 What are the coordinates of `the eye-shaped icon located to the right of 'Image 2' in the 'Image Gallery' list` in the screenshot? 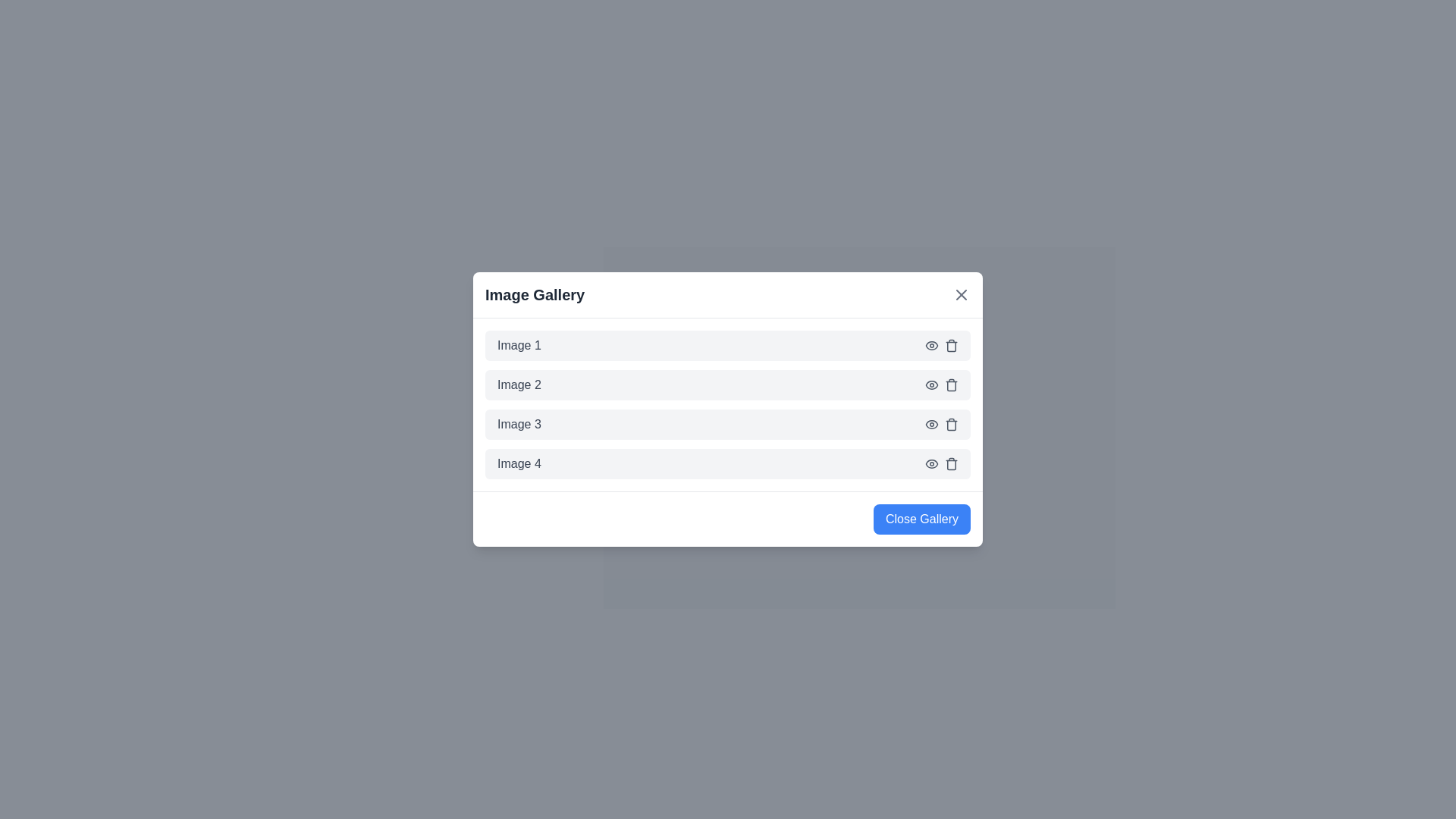 It's located at (930, 345).